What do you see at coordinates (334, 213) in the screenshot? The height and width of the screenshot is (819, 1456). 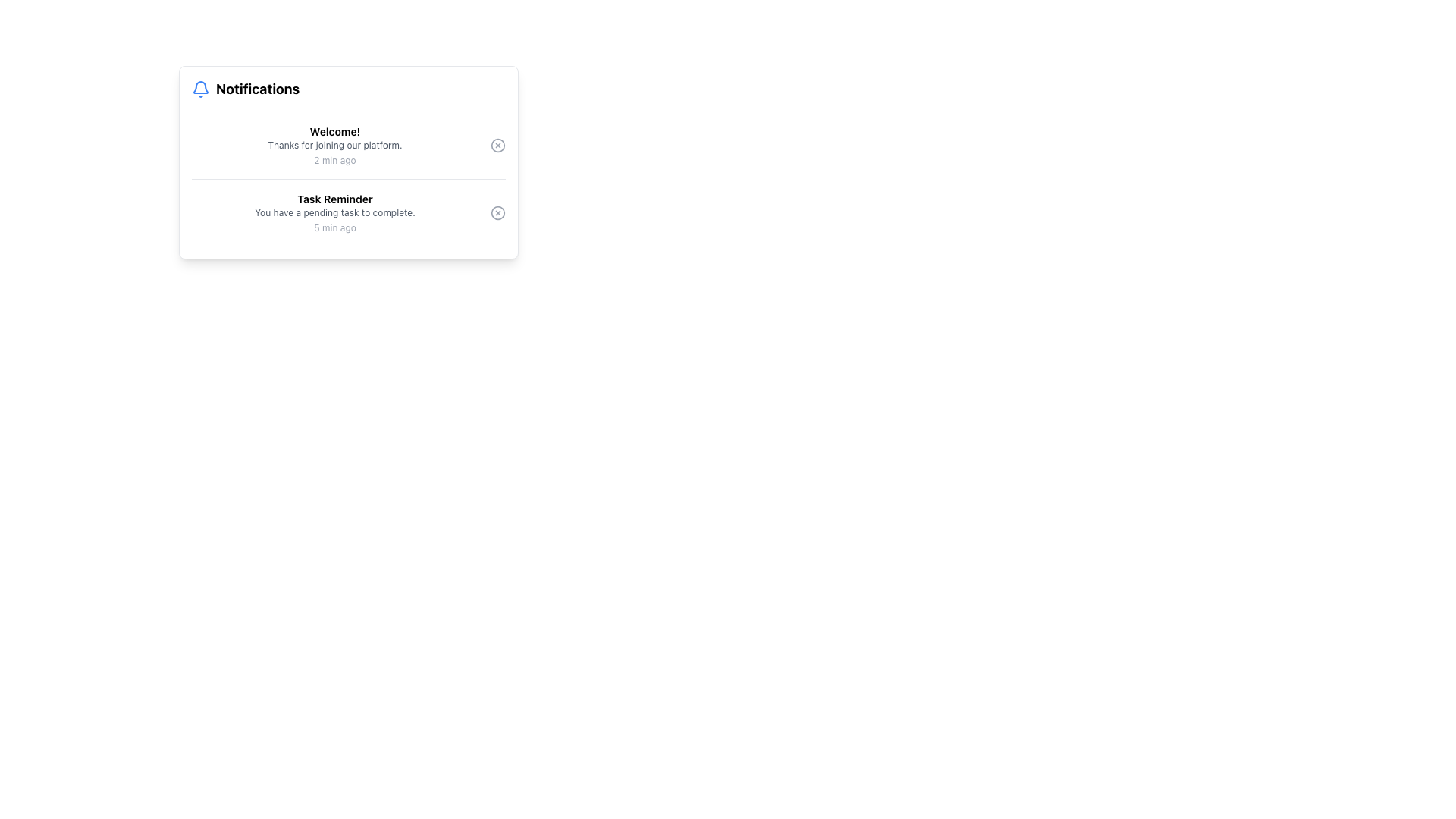 I see `notification content from the second notification message in the center-left section of the notification panel, which provides context and a timestamp for a pending task` at bounding box center [334, 213].